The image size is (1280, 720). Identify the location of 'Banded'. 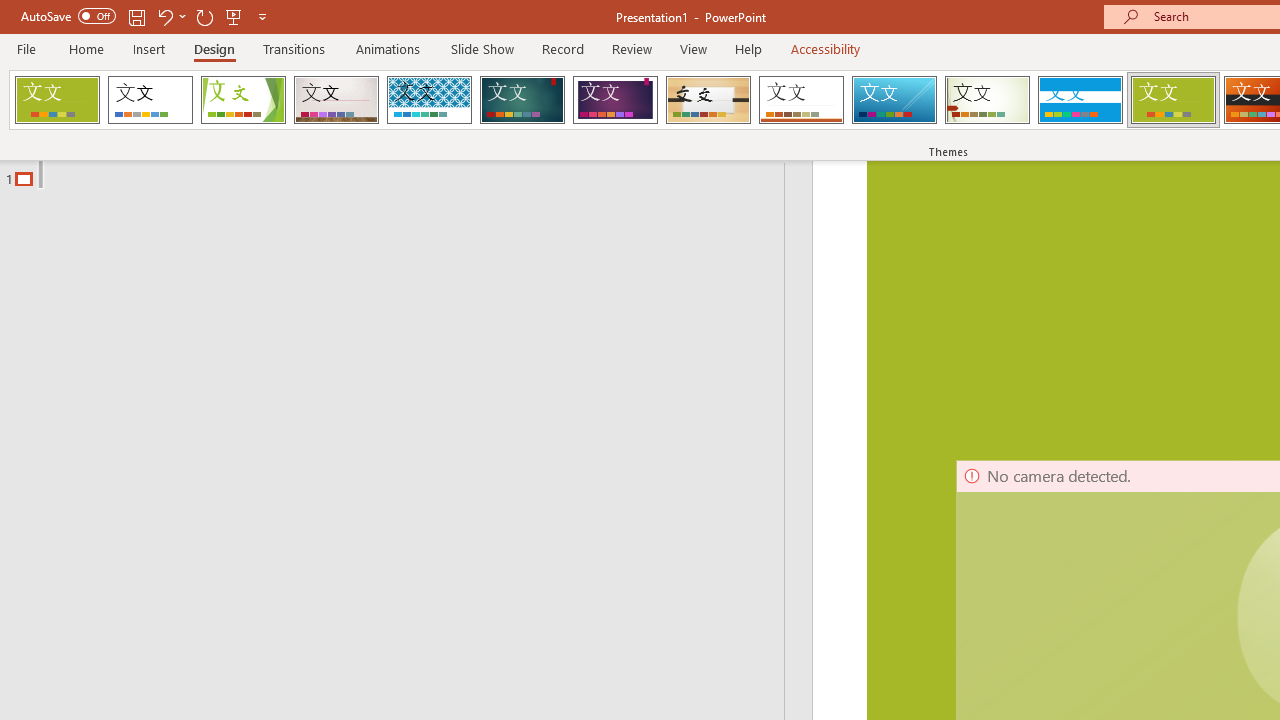
(1079, 100).